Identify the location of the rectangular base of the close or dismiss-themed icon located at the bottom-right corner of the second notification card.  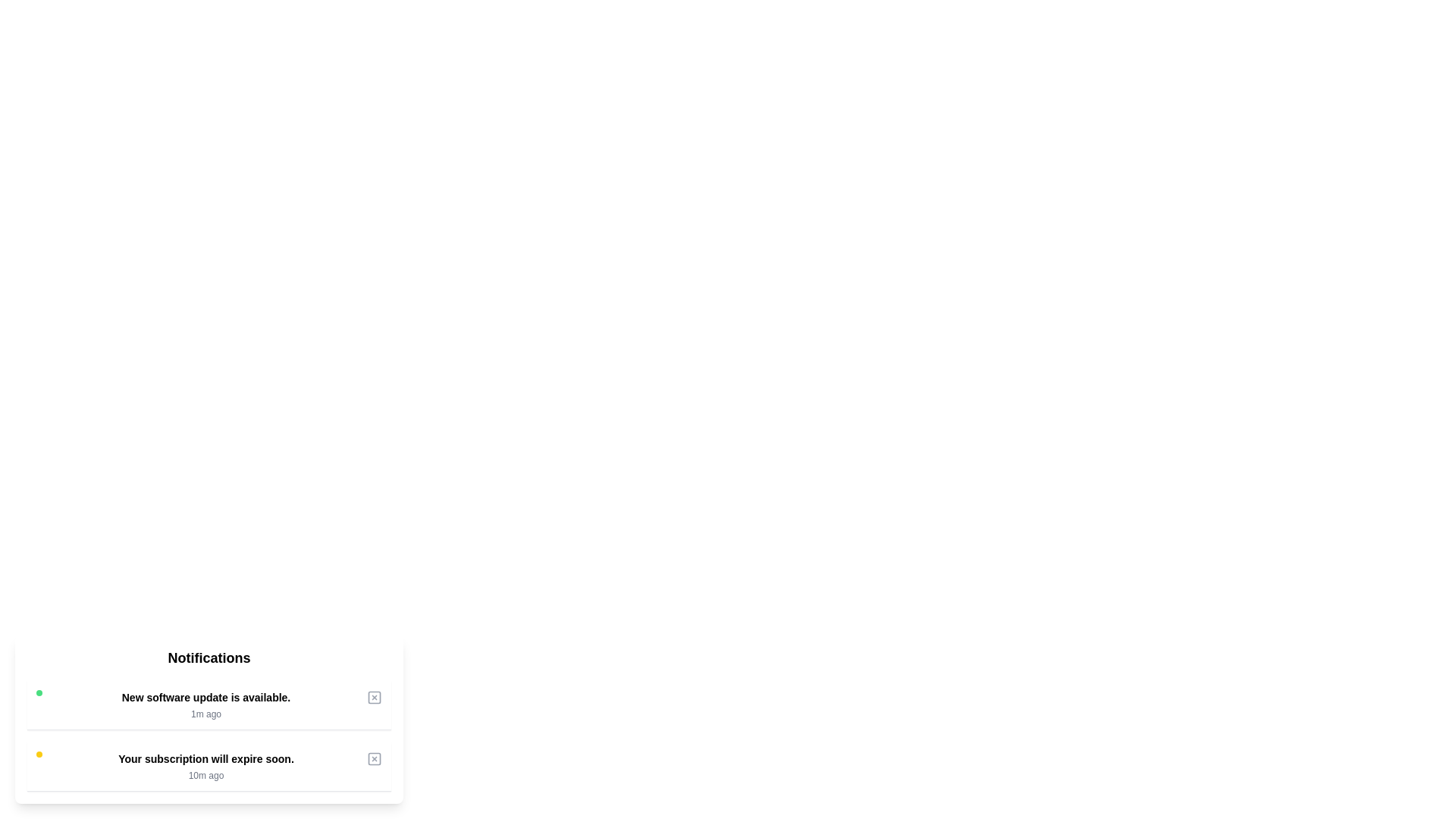
(375, 759).